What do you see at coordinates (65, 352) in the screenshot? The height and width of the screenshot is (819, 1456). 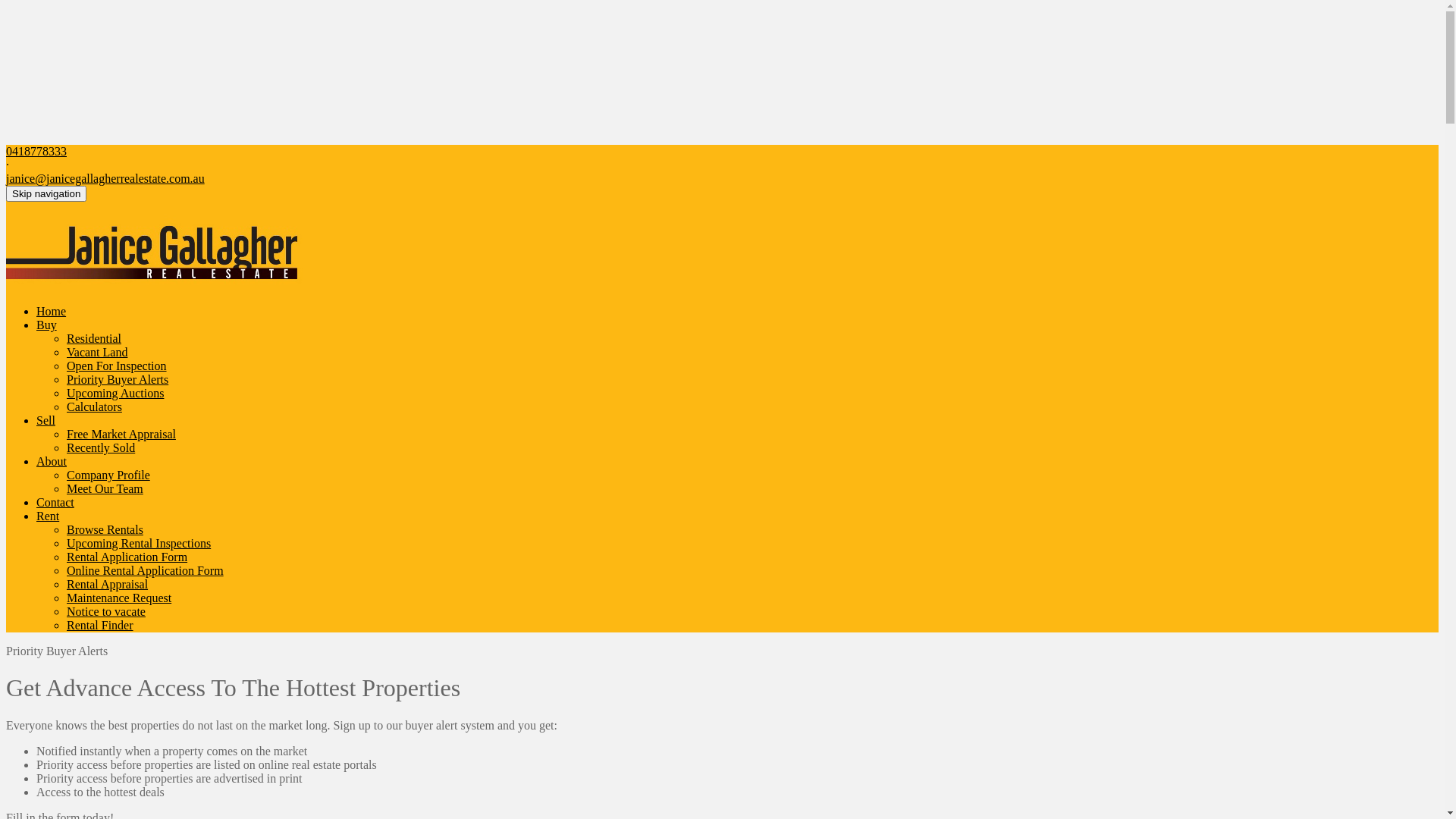 I see `'Vacant Land'` at bounding box center [65, 352].